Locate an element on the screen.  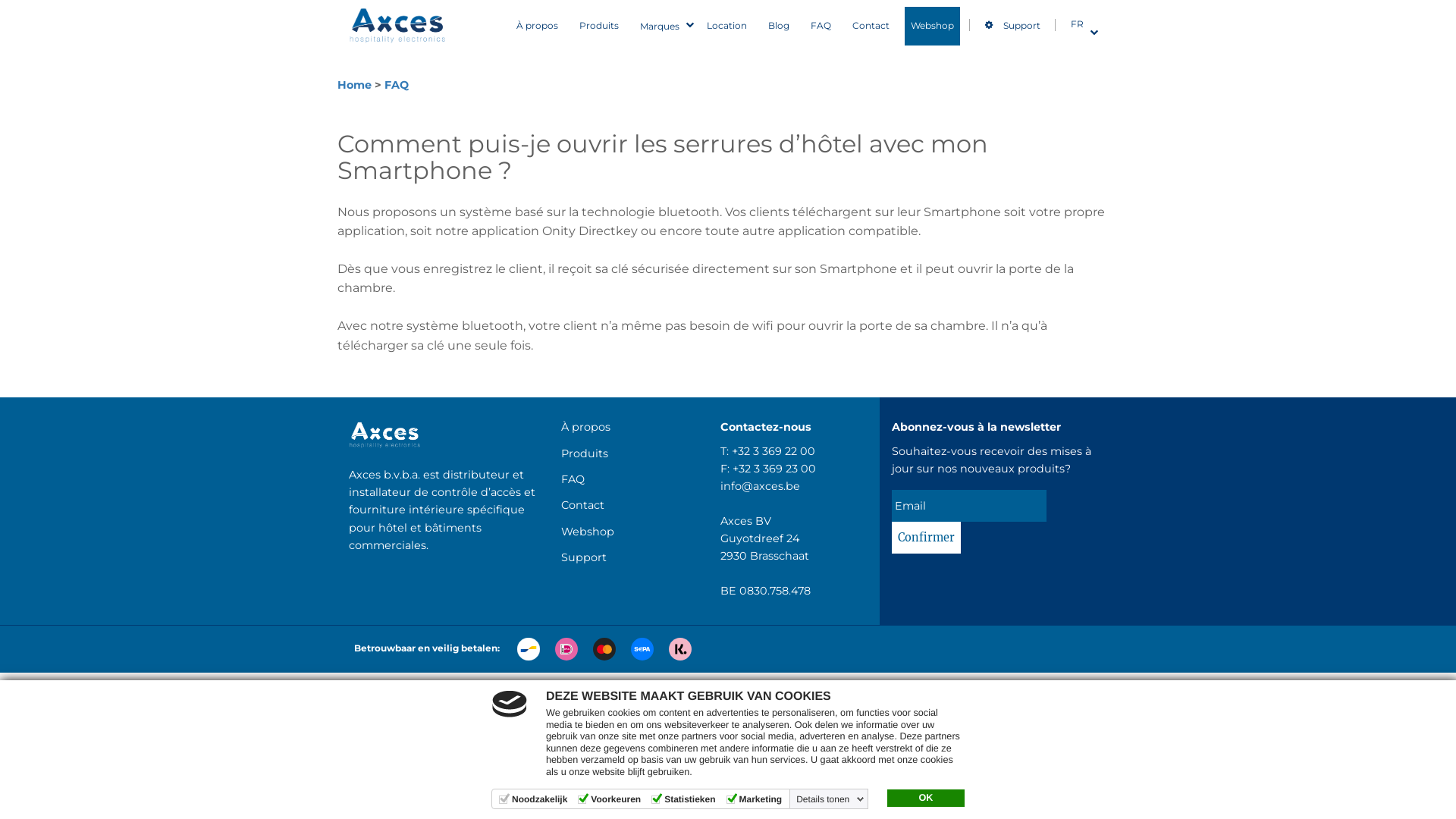
'+32 3 369 22 00' is located at coordinates (773, 450).